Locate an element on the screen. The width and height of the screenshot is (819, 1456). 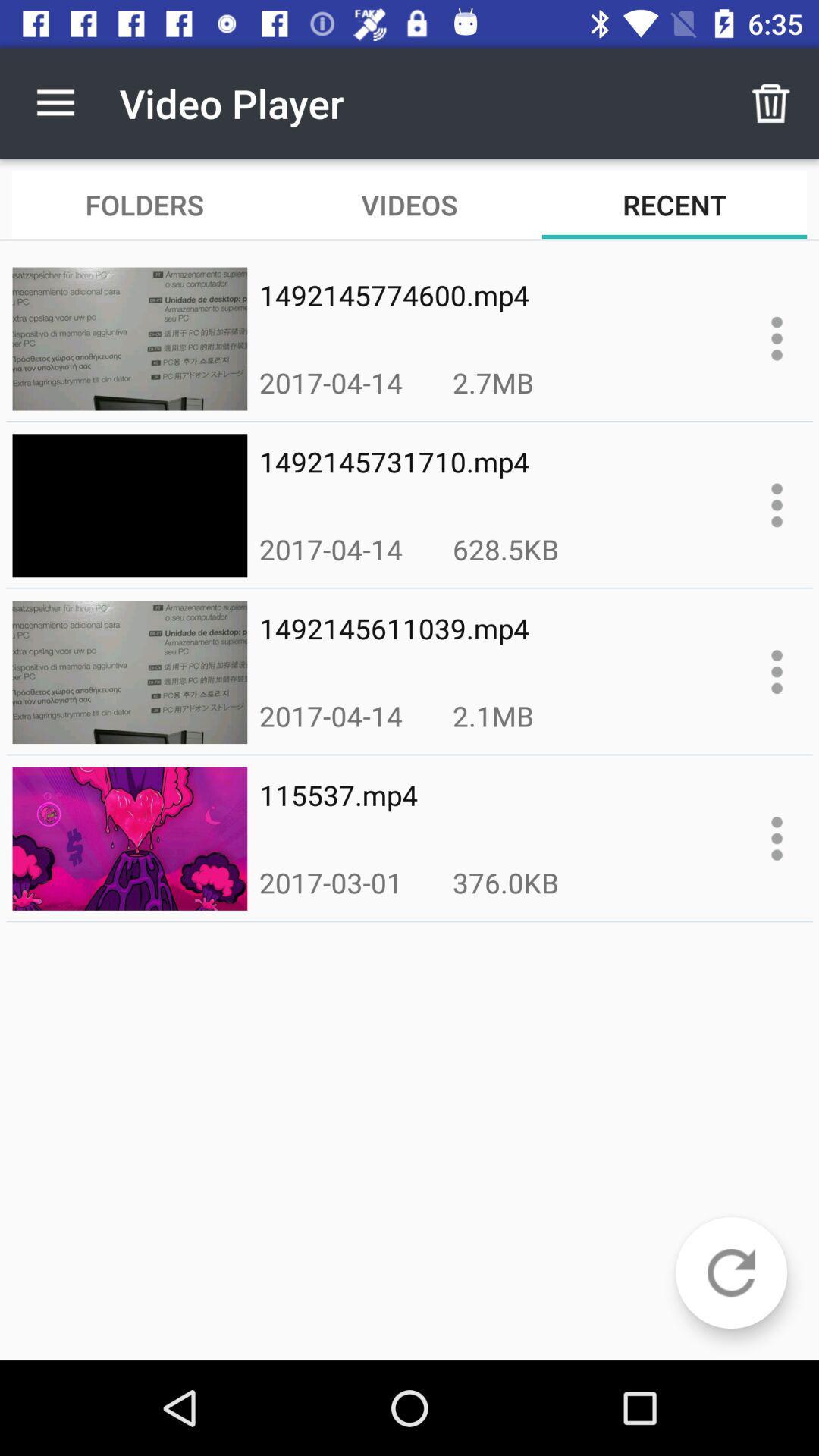
the item next to 2017-03-01 item is located at coordinates (506, 882).